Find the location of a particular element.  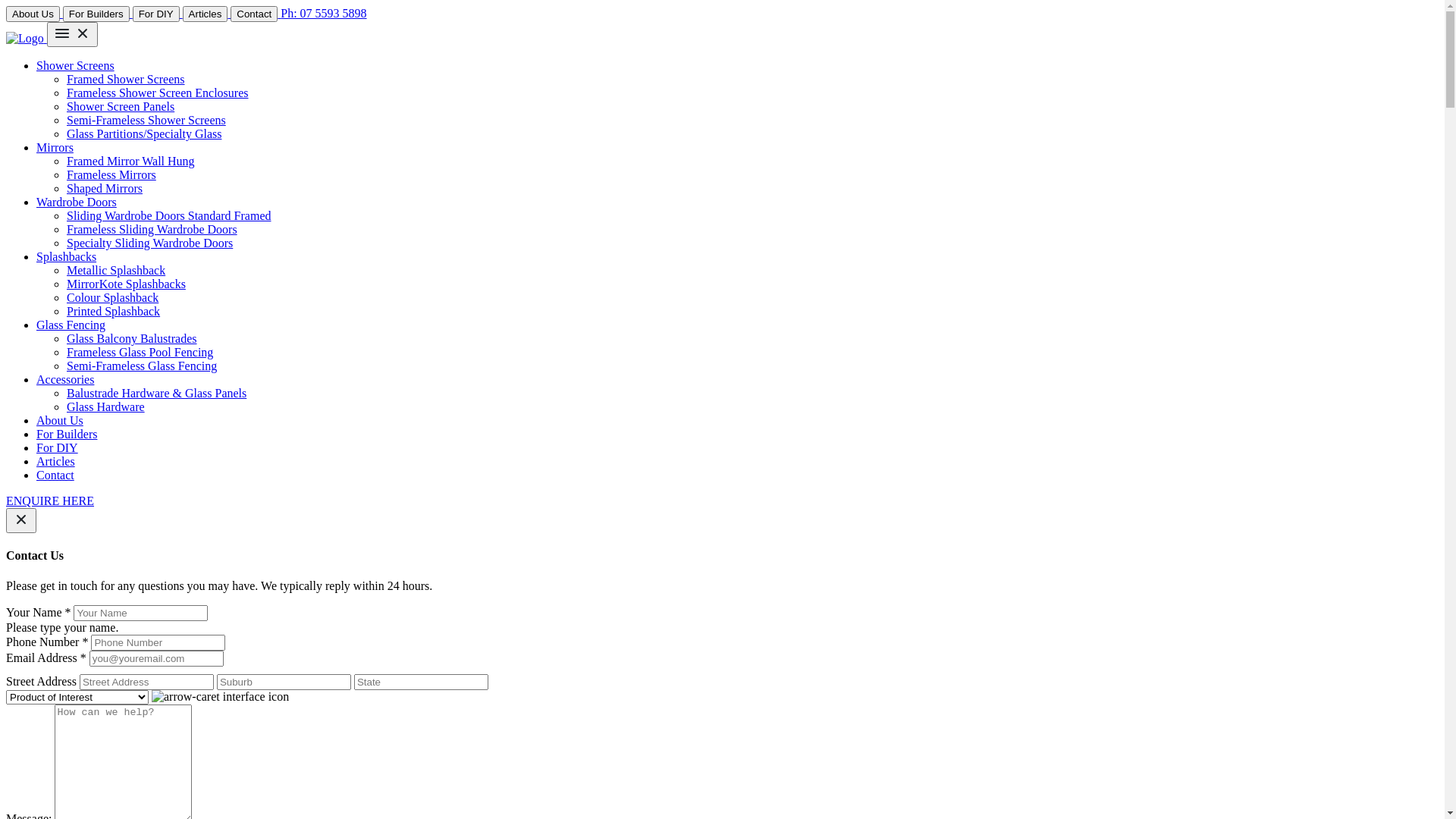

'Semi-Frameless Glass Fencing' is located at coordinates (65, 366).